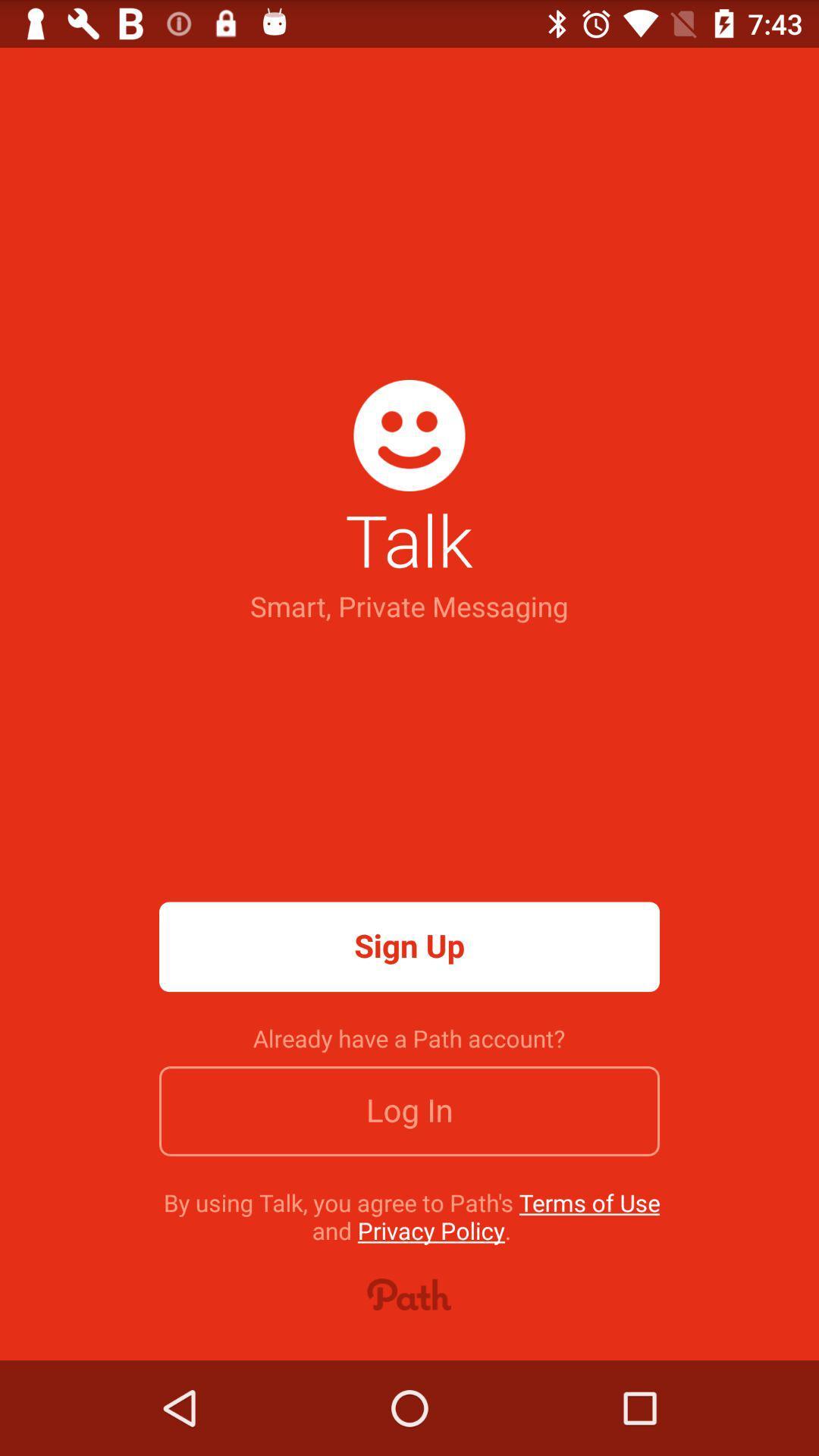  What do you see at coordinates (409, 946) in the screenshot?
I see `the sign up item` at bounding box center [409, 946].